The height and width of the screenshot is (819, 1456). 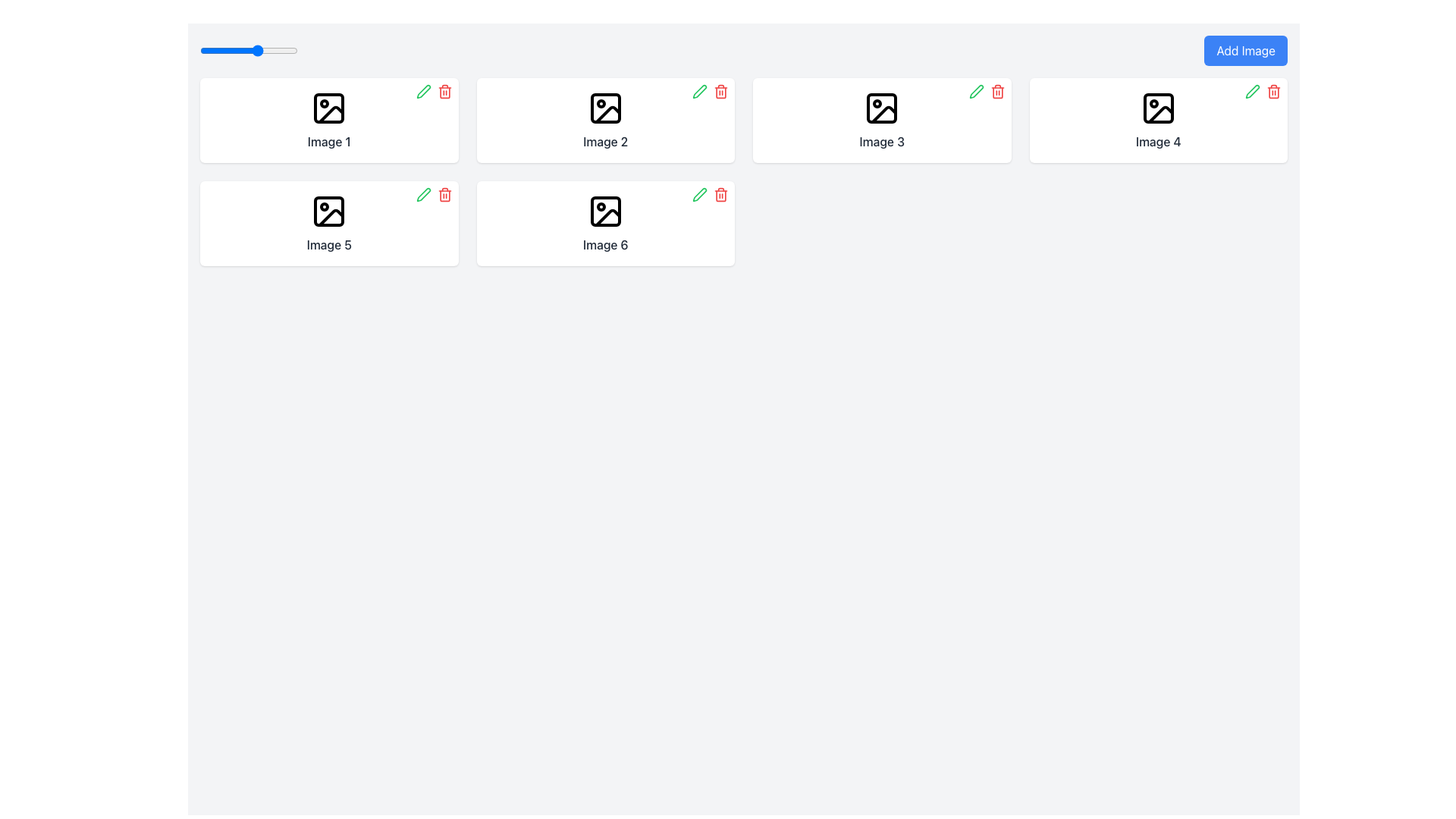 I want to click on the delete icon button located in the top-right area of the image card, so click(x=997, y=91).